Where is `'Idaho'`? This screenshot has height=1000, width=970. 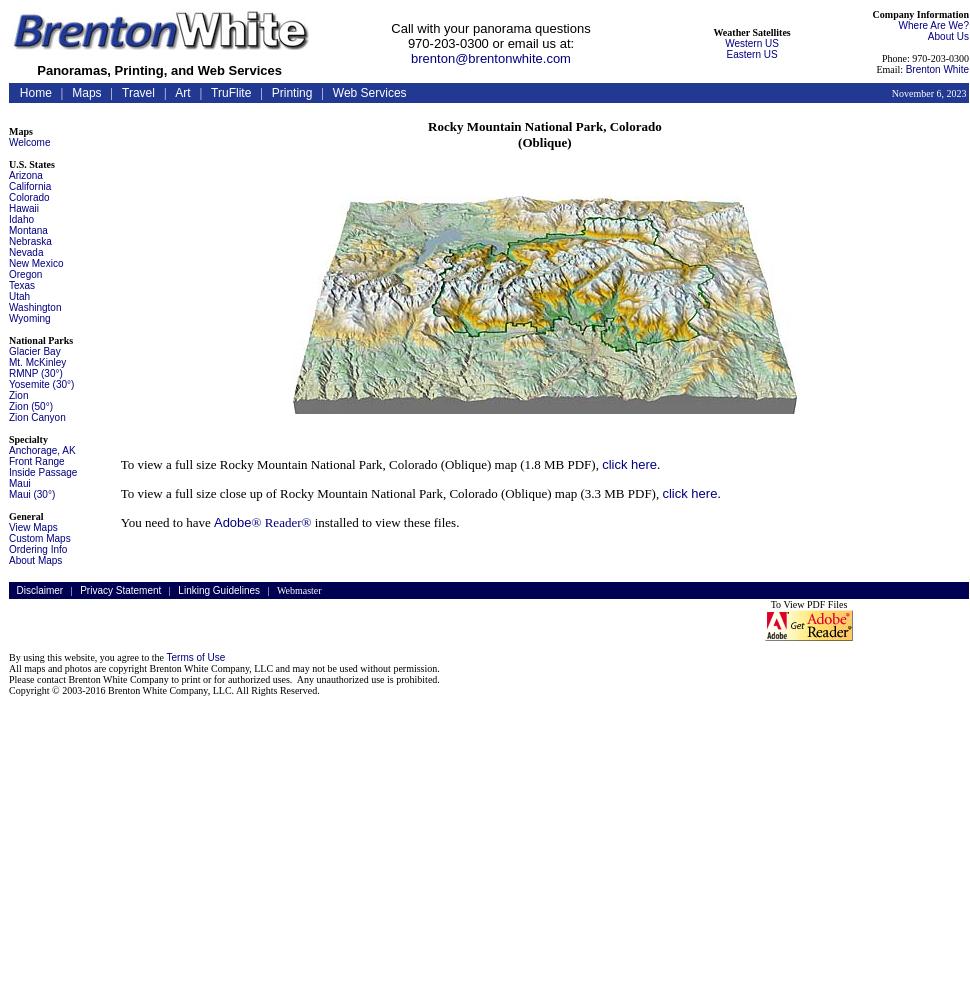 'Idaho' is located at coordinates (21, 218).